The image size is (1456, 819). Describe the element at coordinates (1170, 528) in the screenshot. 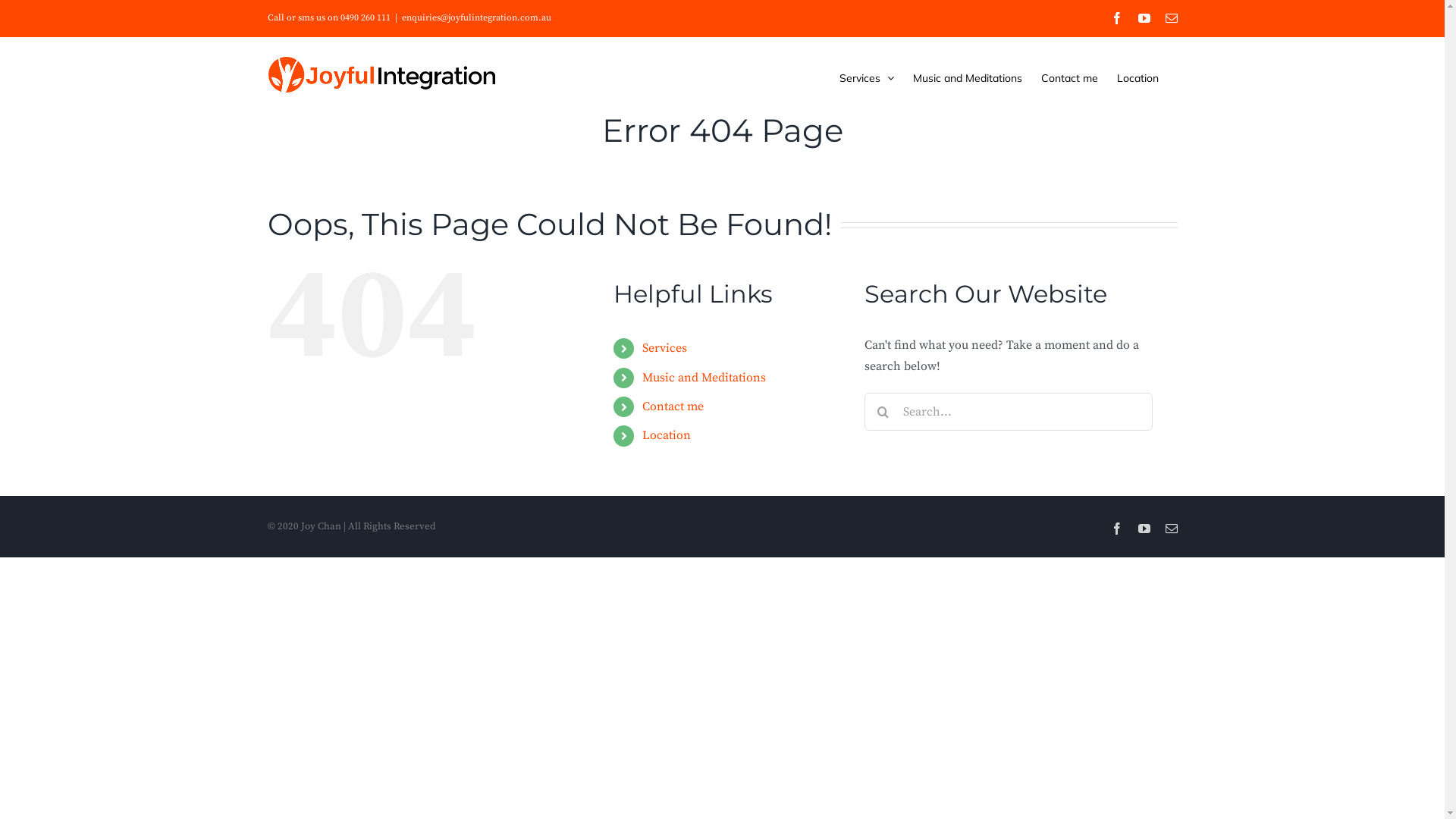

I see `'Email'` at that location.